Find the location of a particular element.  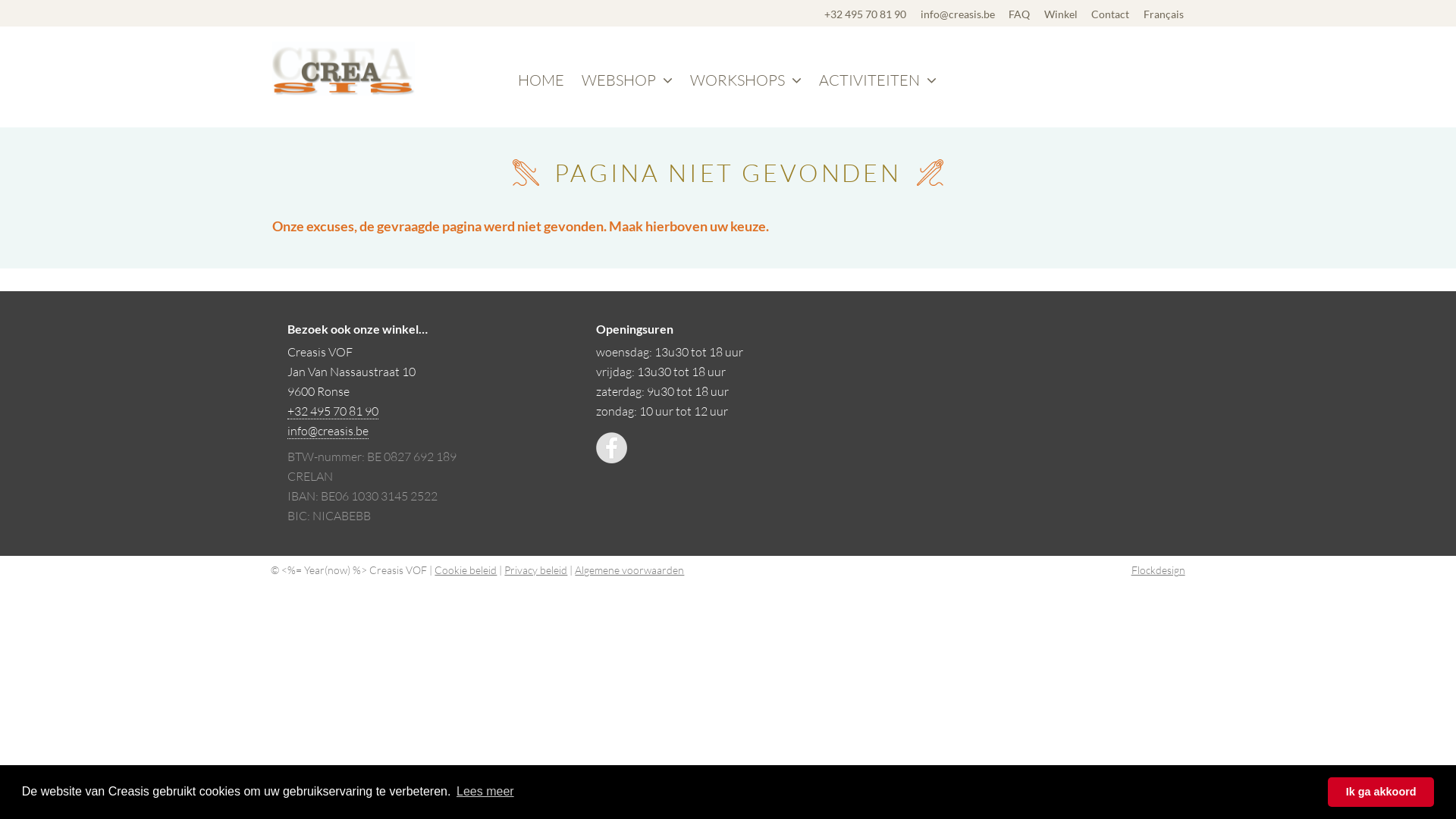

'+32 495 70 81 90' is located at coordinates (865, 14).